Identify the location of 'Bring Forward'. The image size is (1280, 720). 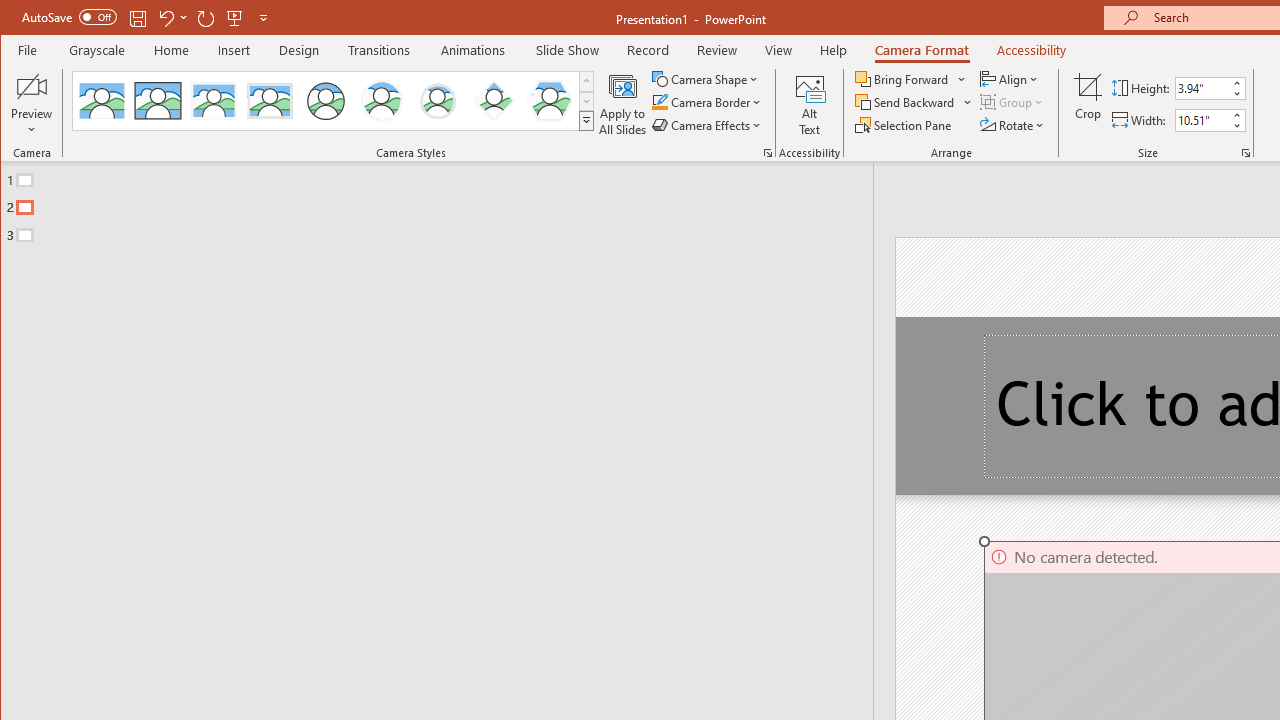
(902, 78).